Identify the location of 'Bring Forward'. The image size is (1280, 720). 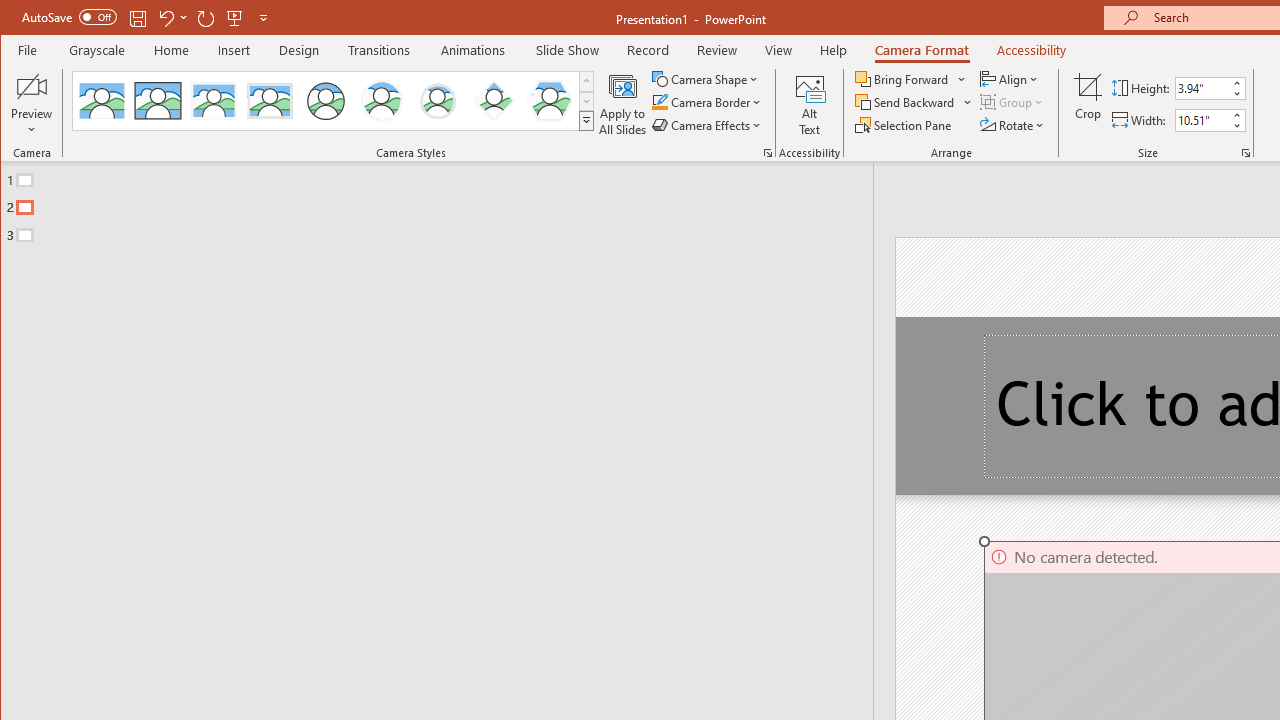
(902, 78).